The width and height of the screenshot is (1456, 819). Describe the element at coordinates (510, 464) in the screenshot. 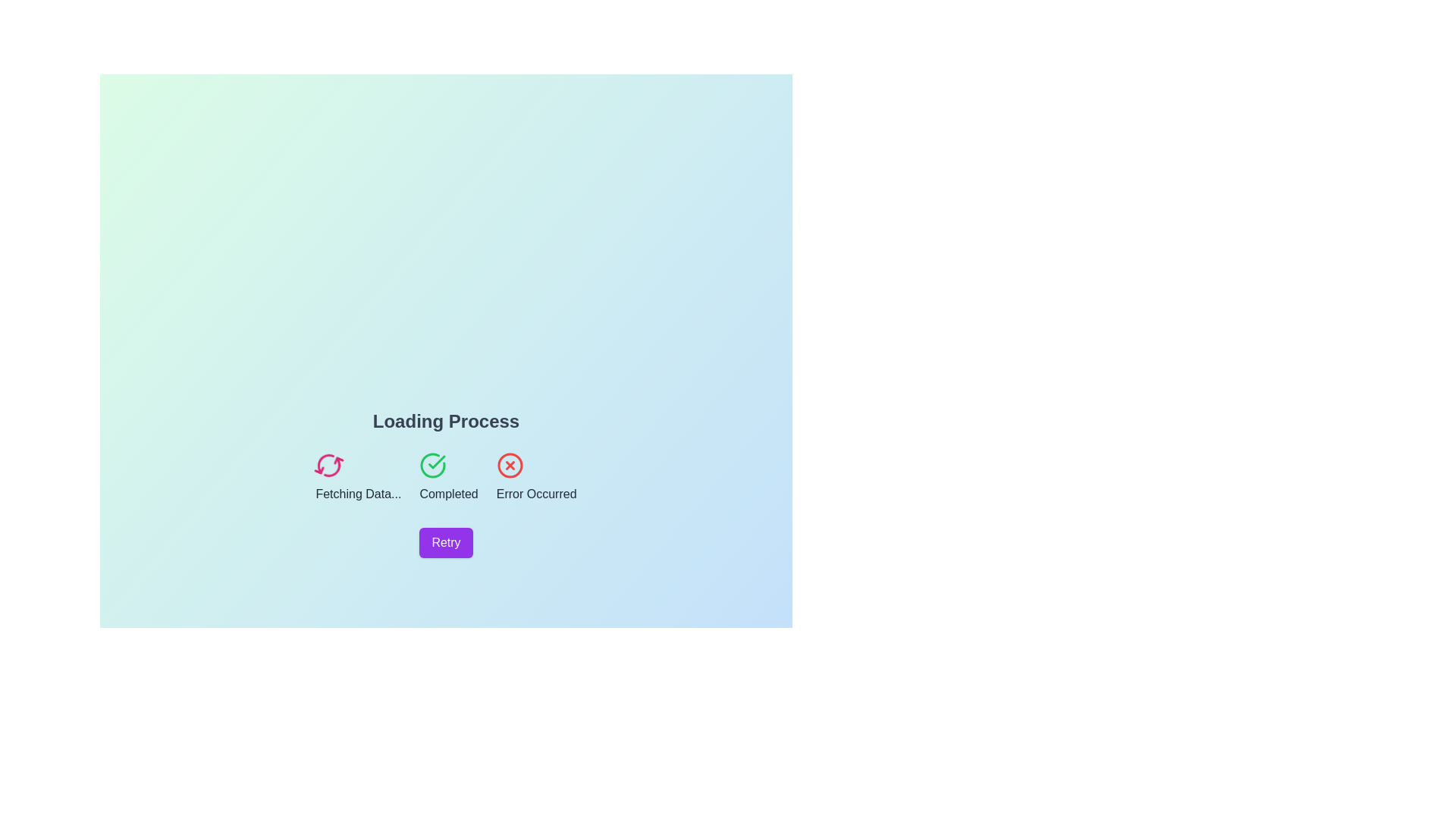

I see `the error indicator icon, which is the third icon in a sequence of three, located above the 'Retry' button, to understand the current error state` at that location.